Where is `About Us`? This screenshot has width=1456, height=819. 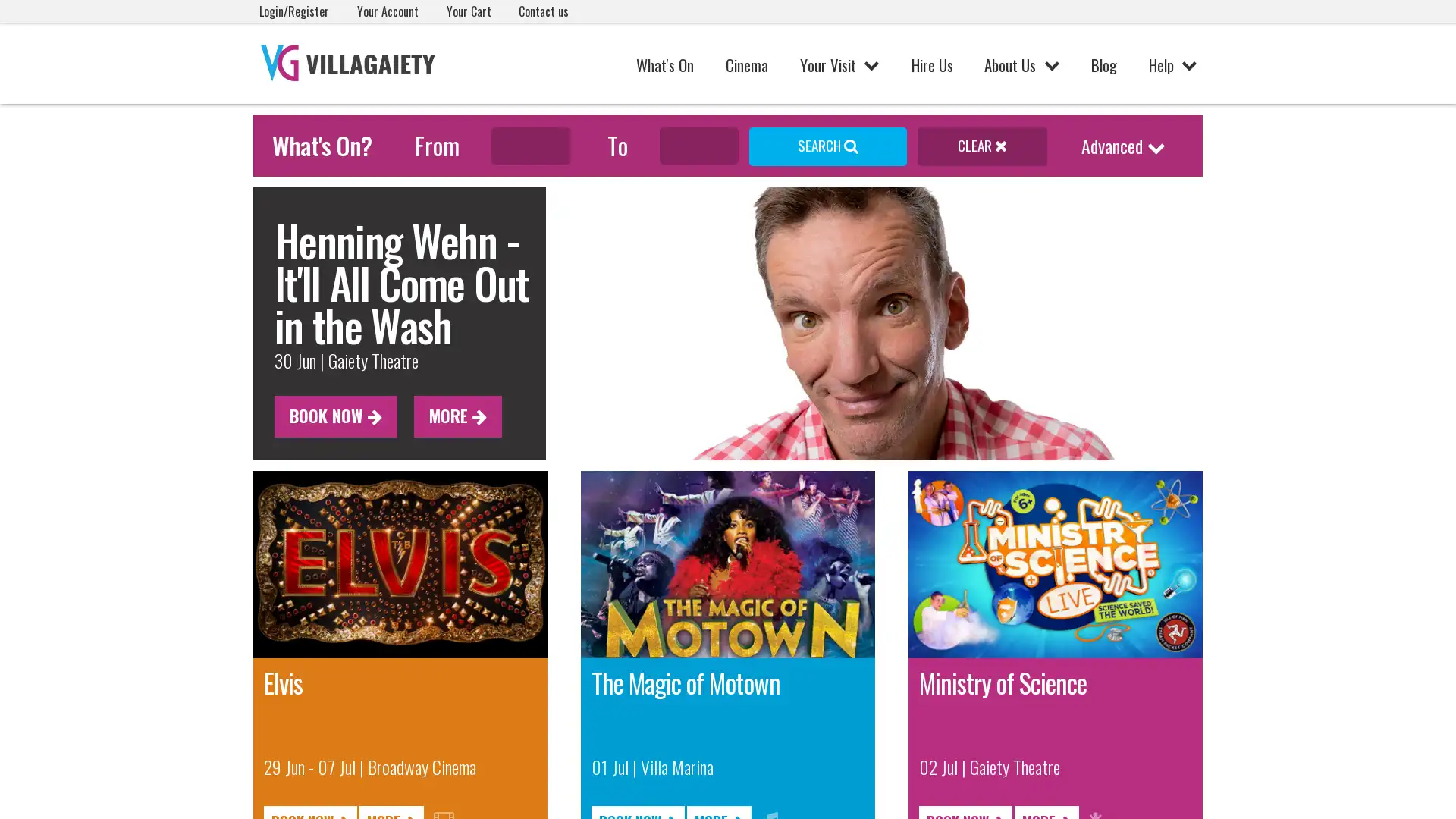
About Us is located at coordinates (1021, 64).